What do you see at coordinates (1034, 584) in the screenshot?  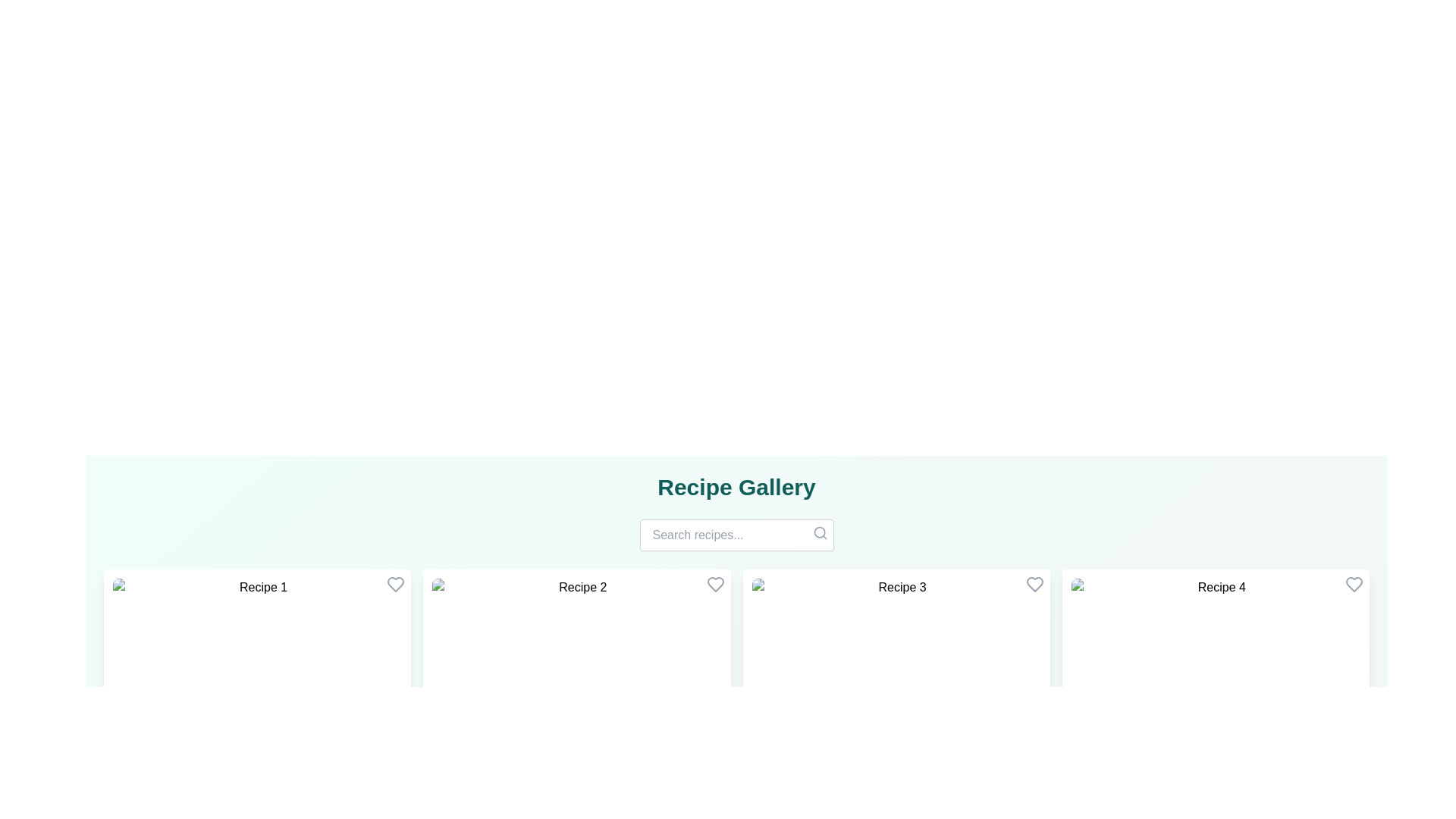 I see `the heart-shaped icon, which is styled as an outline and located at the top-right corner of the card labeled 'Recipe 3'` at bounding box center [1034, 584].